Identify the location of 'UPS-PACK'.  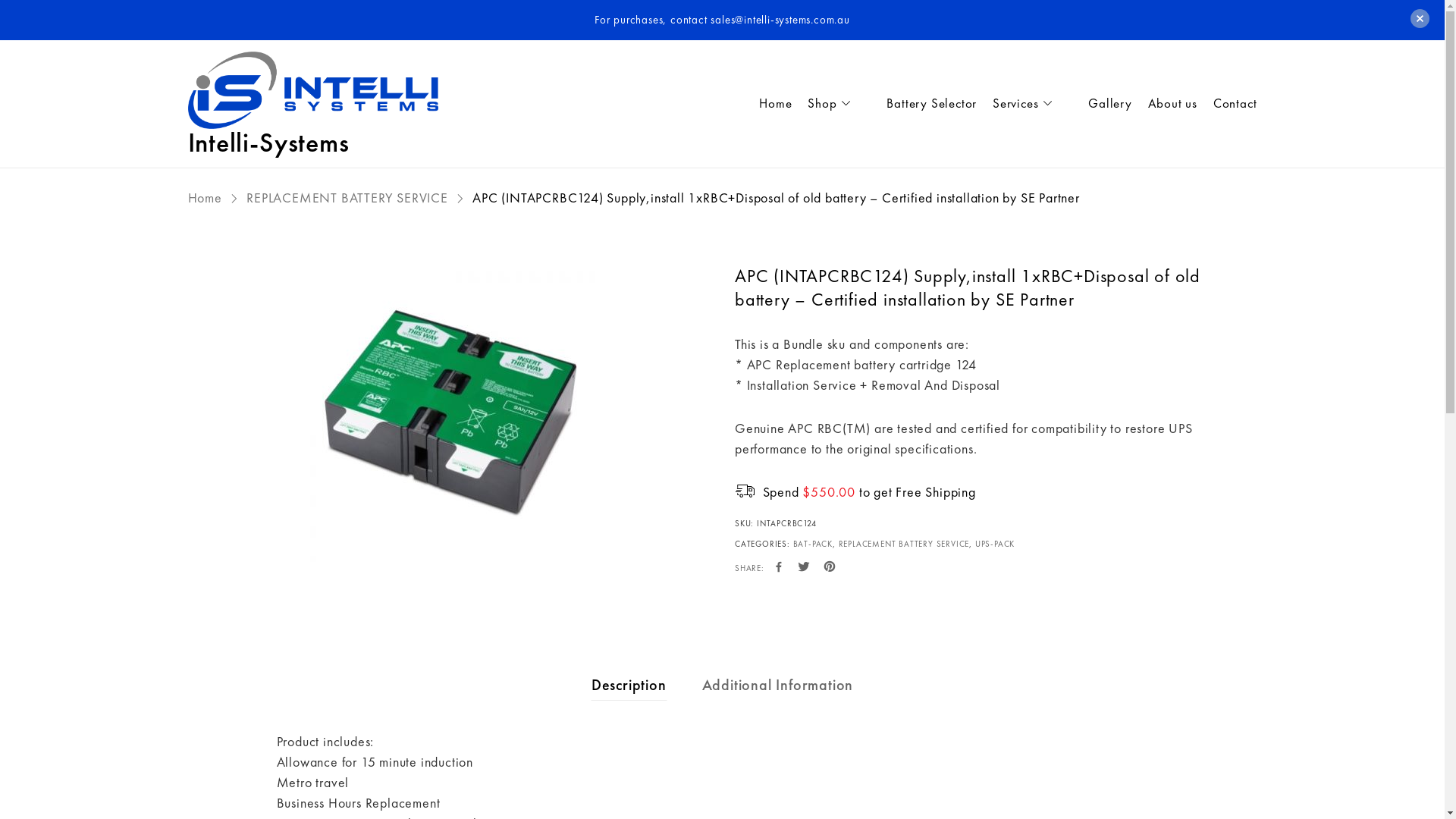
(994, 543).